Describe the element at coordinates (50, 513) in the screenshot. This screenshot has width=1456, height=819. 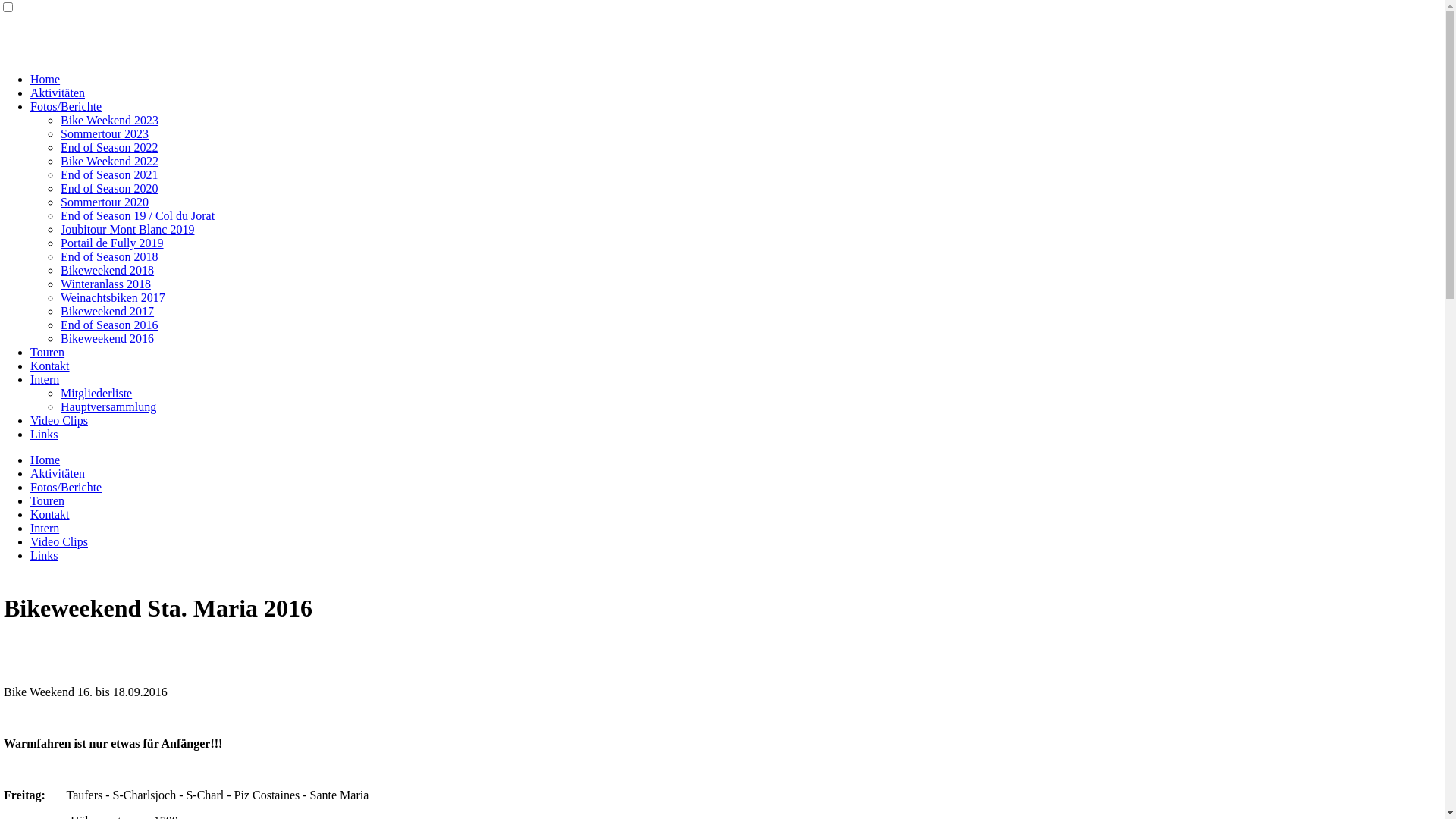
I see `'Kontakt'` at that location.